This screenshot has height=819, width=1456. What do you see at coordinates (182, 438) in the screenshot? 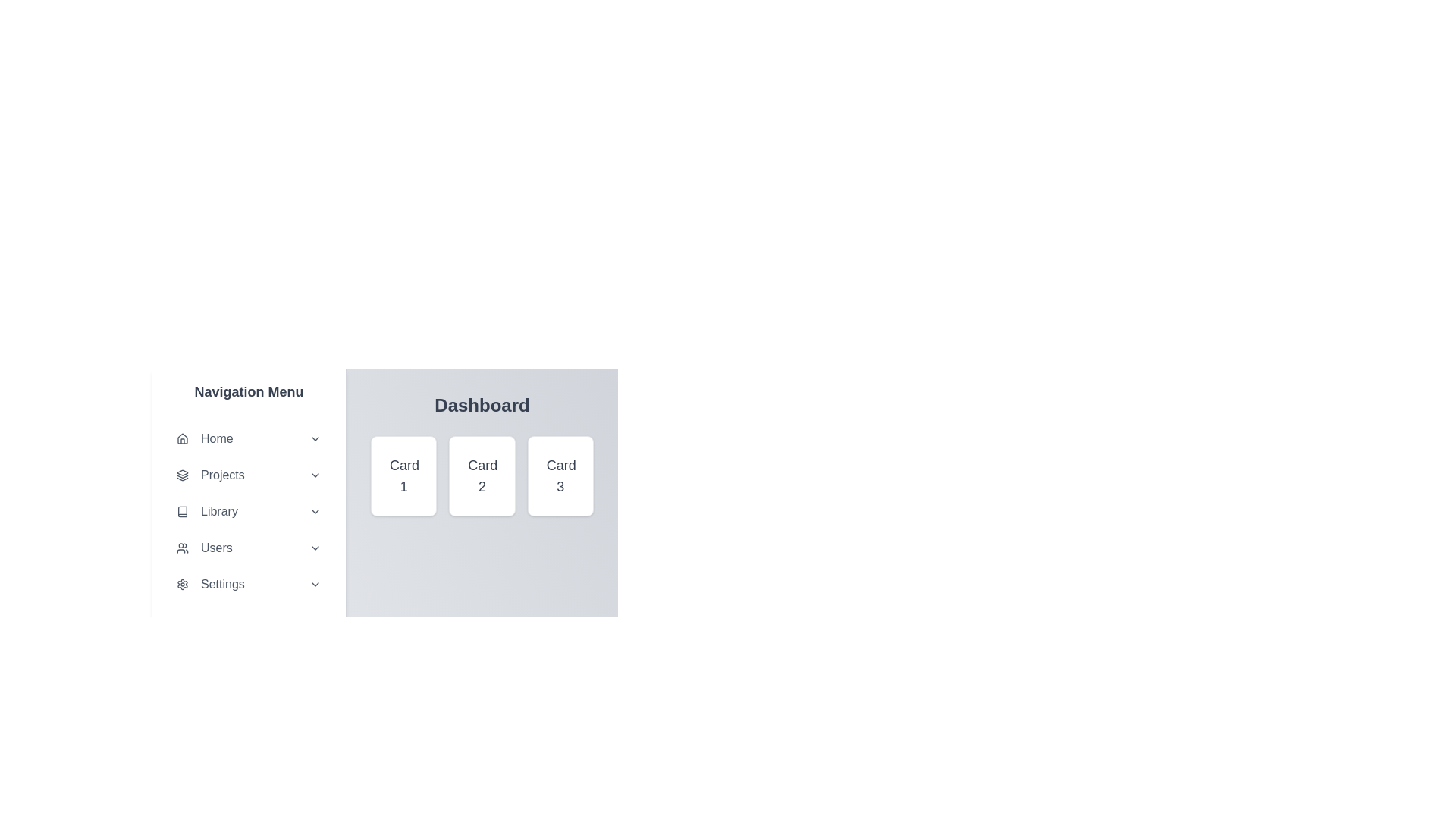
I see `the house icon in the navigation menu on the left side, which serves as an indicator for the 'Home' menu item` at bounding box center [182, 438].